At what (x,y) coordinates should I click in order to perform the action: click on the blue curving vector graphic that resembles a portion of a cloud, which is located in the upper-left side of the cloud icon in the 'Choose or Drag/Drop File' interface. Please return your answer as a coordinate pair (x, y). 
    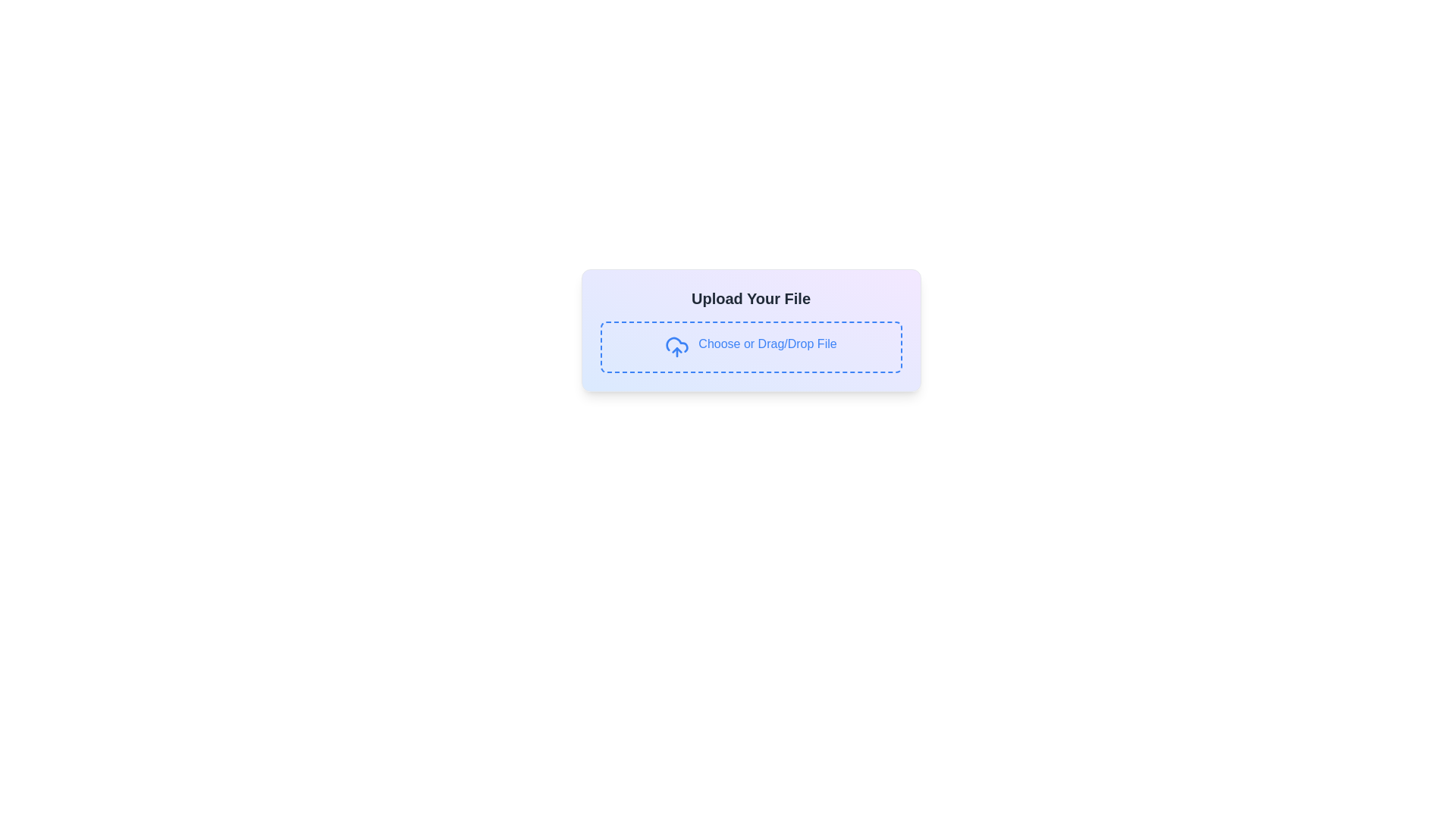
    Looking at the image, I should click on (676, 344).